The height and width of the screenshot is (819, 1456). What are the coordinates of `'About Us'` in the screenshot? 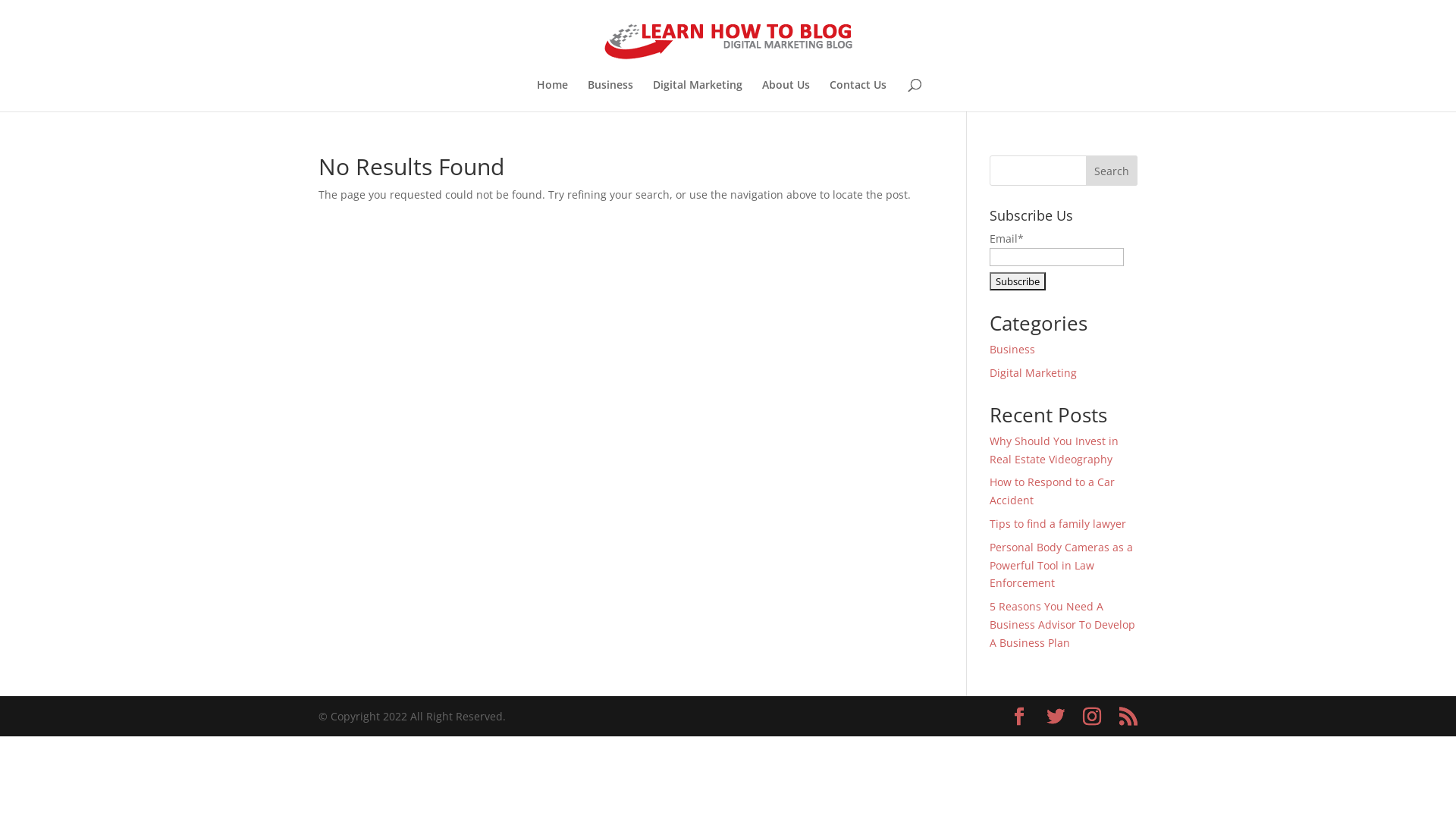 It's located at (761, 96).